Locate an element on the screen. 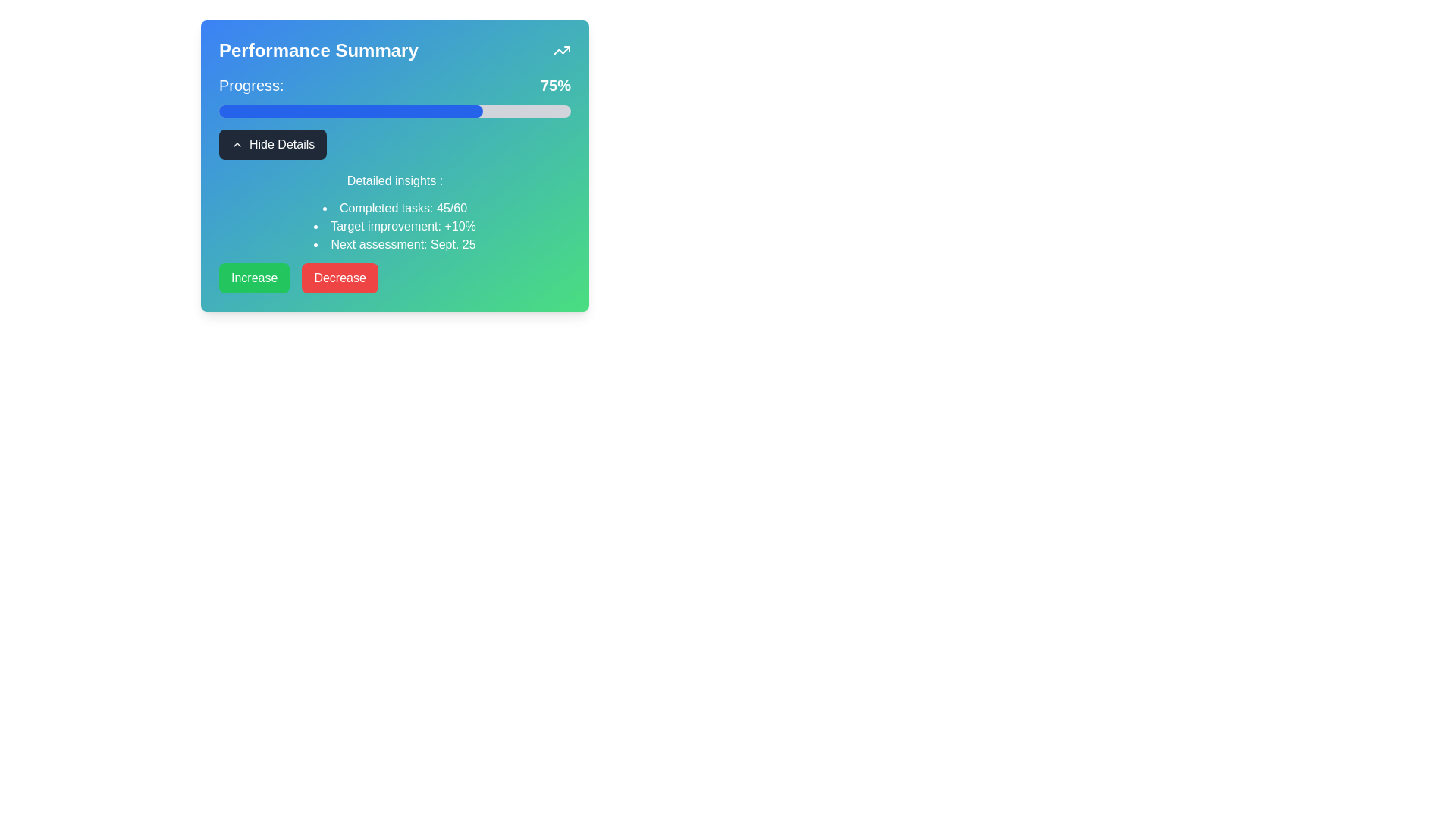 This screenshot has height=819, width=1456. the text label displaying 'Progress:' which is styled with a large font size and white color, located at the top-left area of the performance summary widget is located at coordinates (251, 85).